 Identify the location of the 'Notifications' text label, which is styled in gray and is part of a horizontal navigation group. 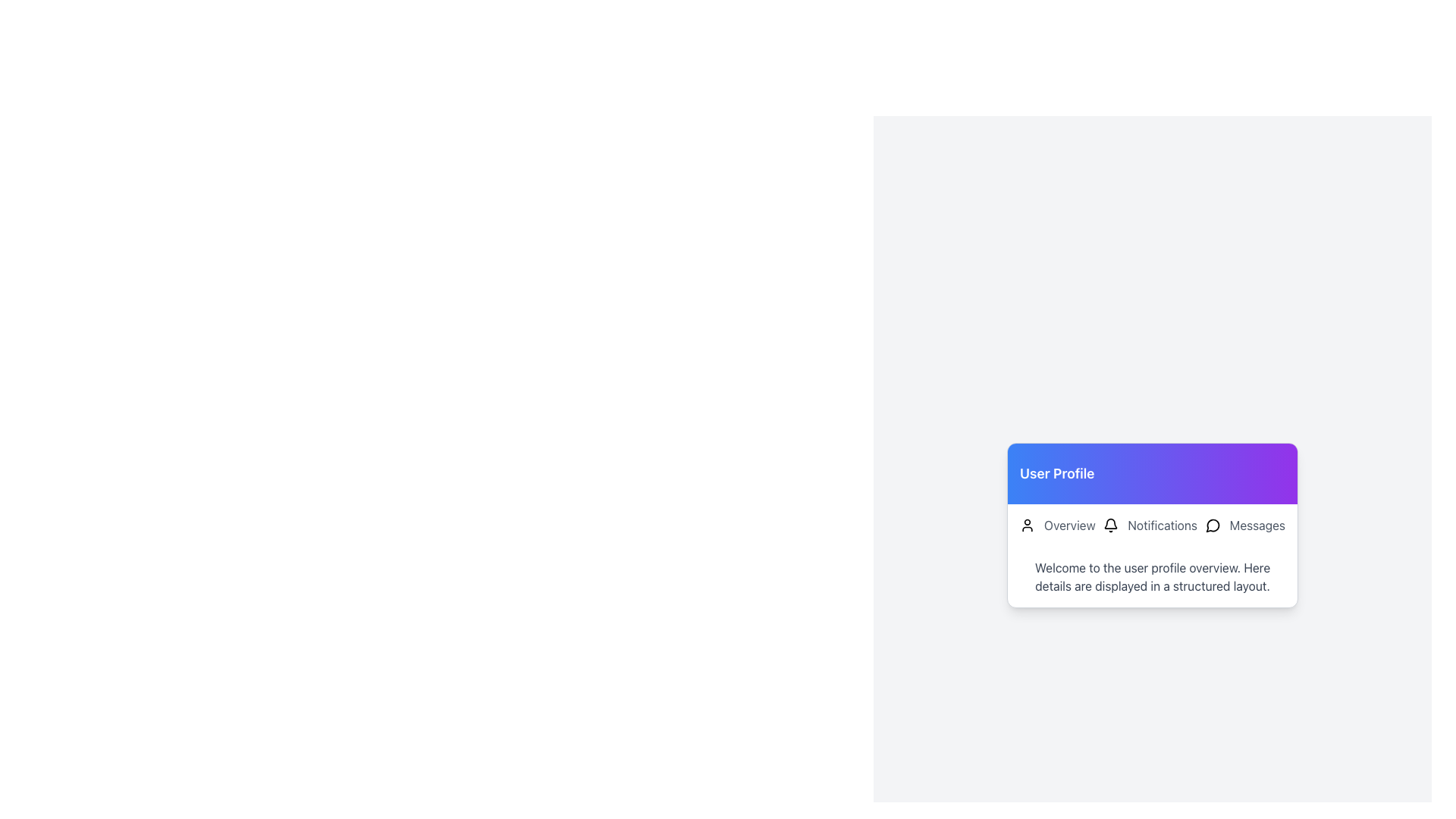
(1162, 525).